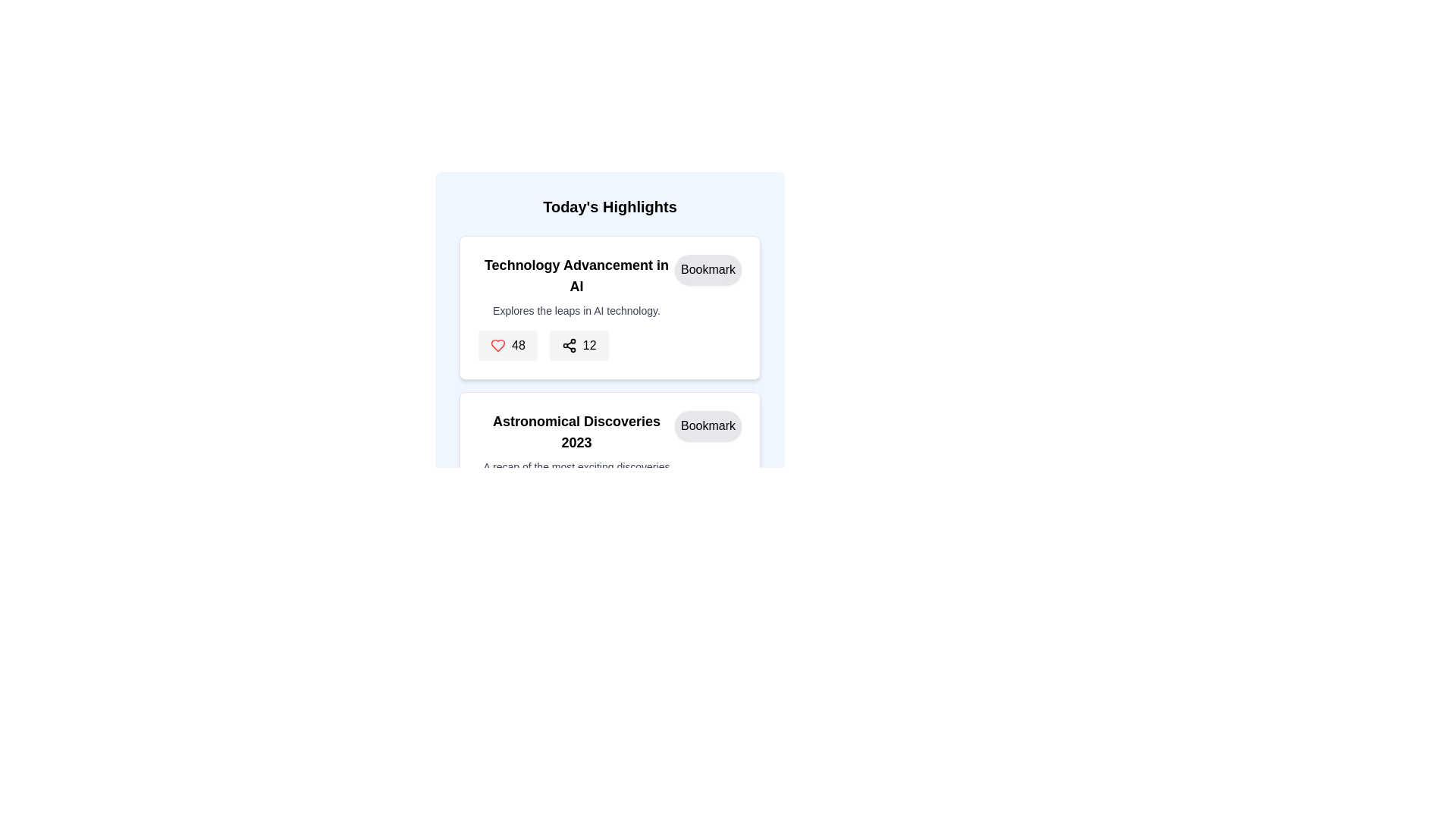 Image resolution: width=1456 pixels, height=819 pixels. What do you see at coordinates (610, 207) in the screenshot?
I see `textual heading that summarizes the section above the articles, specifically located above the article titled 'Technology Advancement in AI'` at bounding box center [610, 207].